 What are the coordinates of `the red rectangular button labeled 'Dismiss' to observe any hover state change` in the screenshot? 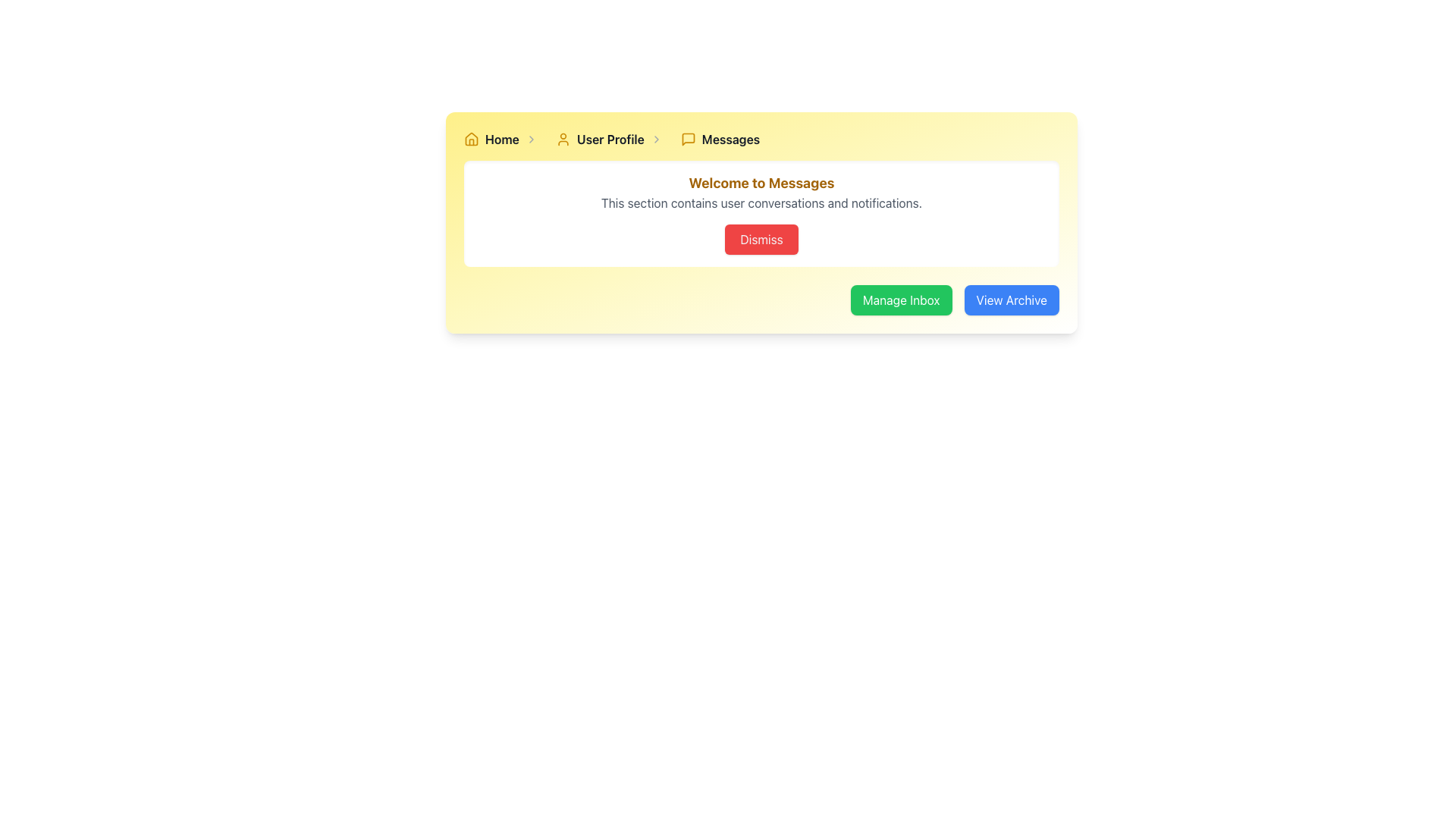 It's located at (761, 239).